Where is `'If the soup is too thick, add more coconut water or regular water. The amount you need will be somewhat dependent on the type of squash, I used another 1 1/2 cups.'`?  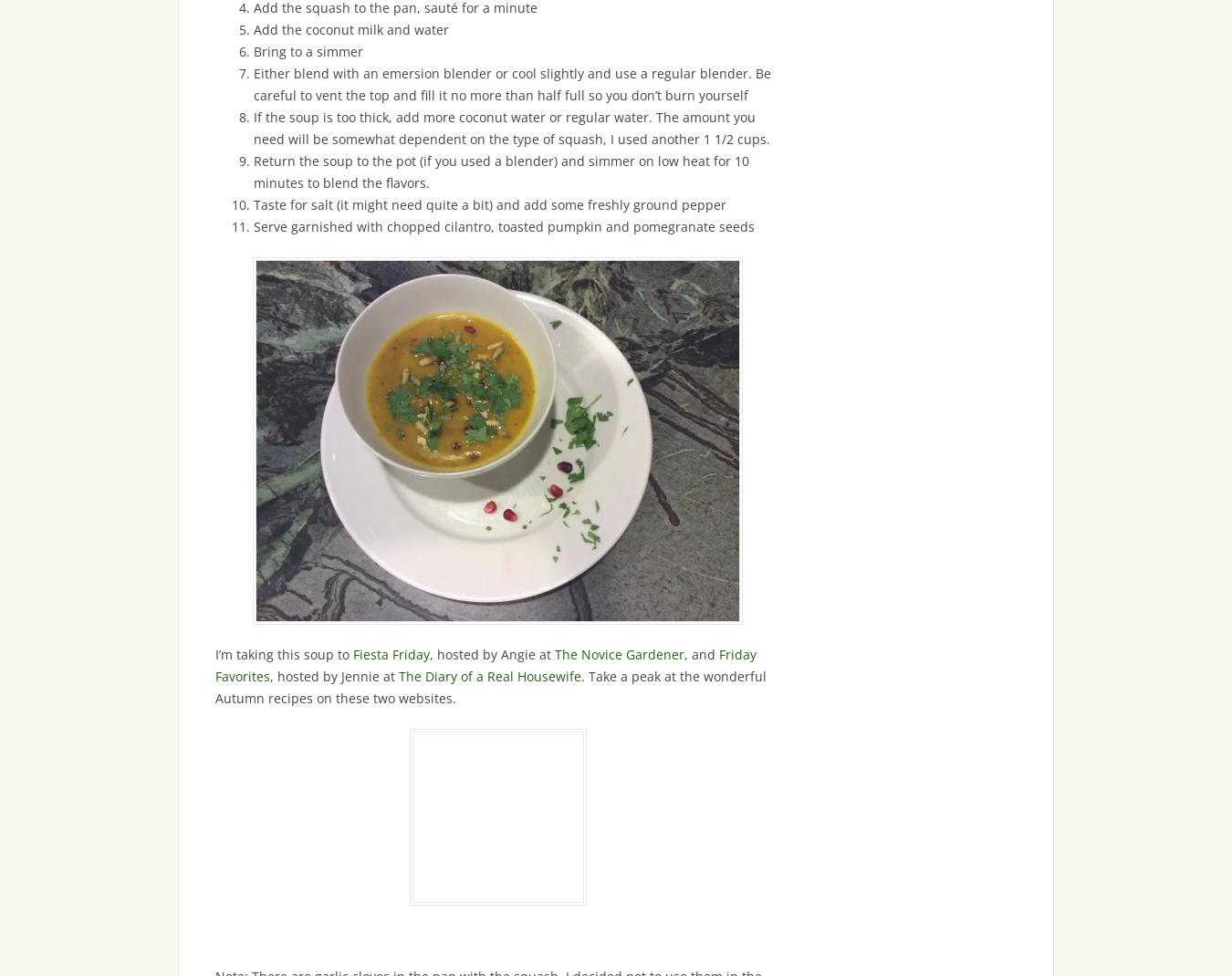
'If the soup is too thick, add more coconut water or regular water. The amount you need will be somewhat dependent on the type of squash, I used another 1 1/2 cups.' is located at coordinates (511, 128).